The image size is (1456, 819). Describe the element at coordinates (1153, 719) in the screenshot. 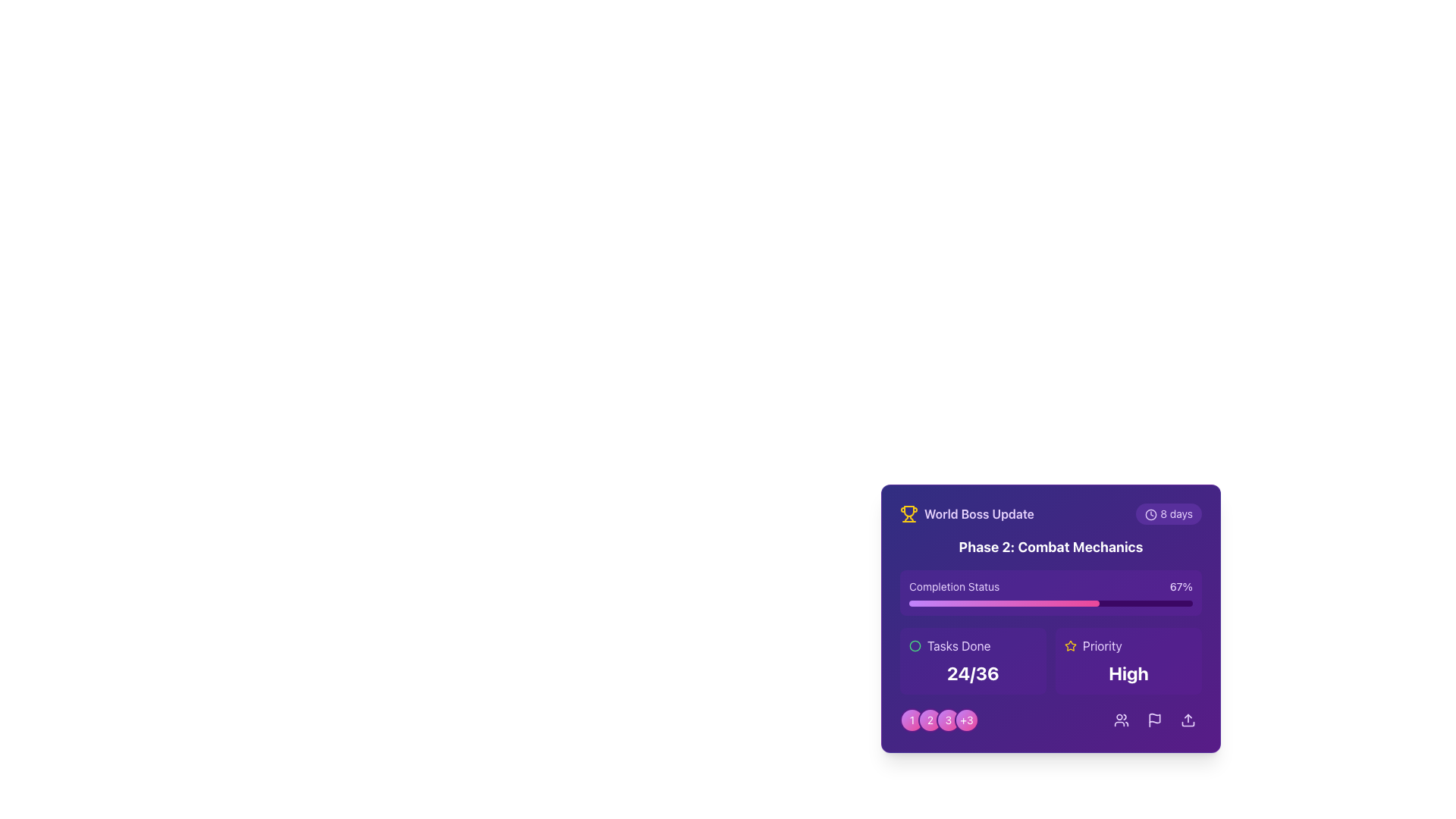

I see `the purple flag icon located at the bottom-right corner of the purple panel interface` at that location.